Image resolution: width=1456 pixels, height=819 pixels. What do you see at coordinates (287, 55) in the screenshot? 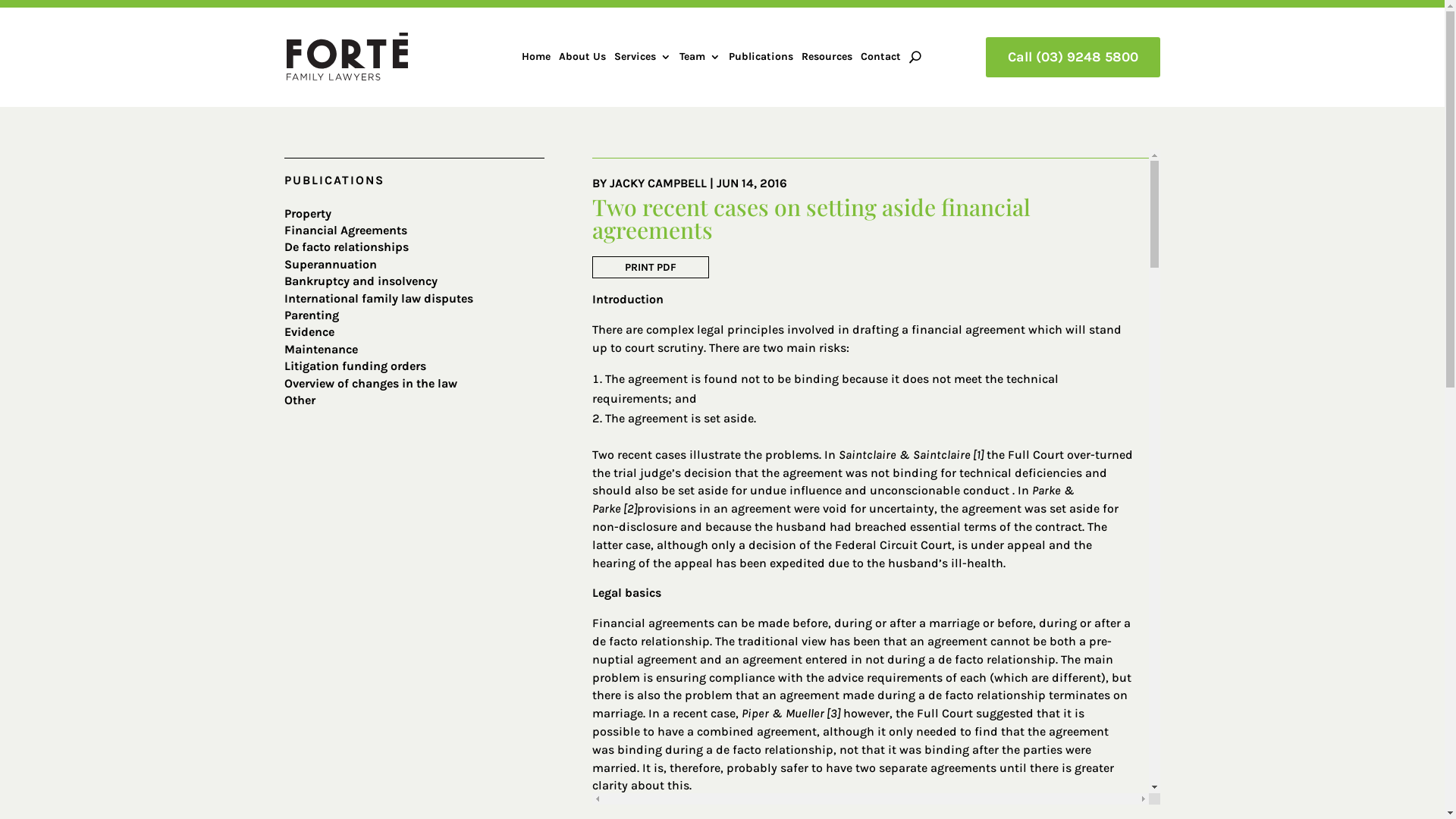
I see `'logo'` at bounding box center [287, 55].